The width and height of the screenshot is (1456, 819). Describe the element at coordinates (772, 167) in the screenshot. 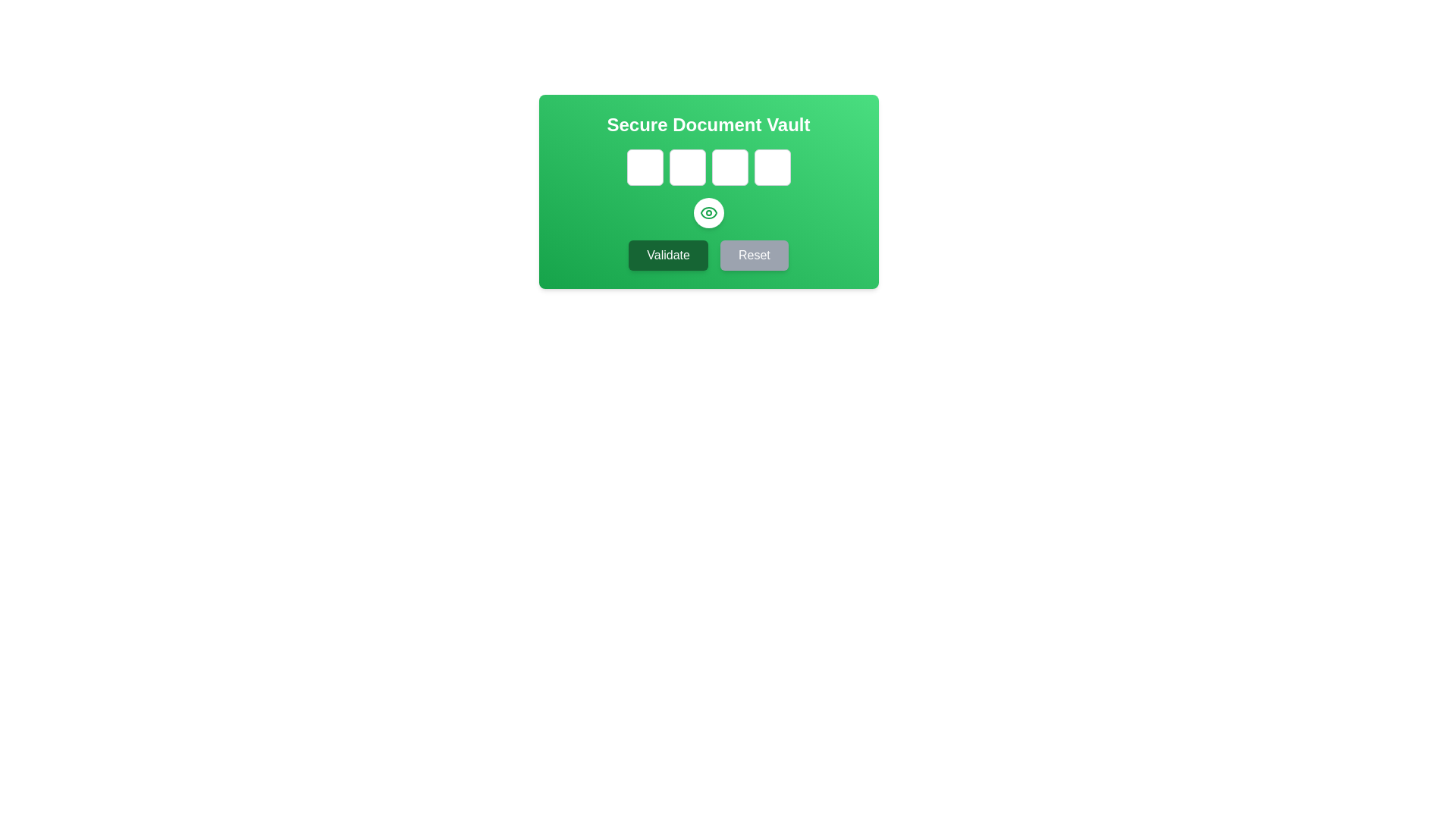

I see `the fourth password input box located within a green panel to focus the input` at that location.